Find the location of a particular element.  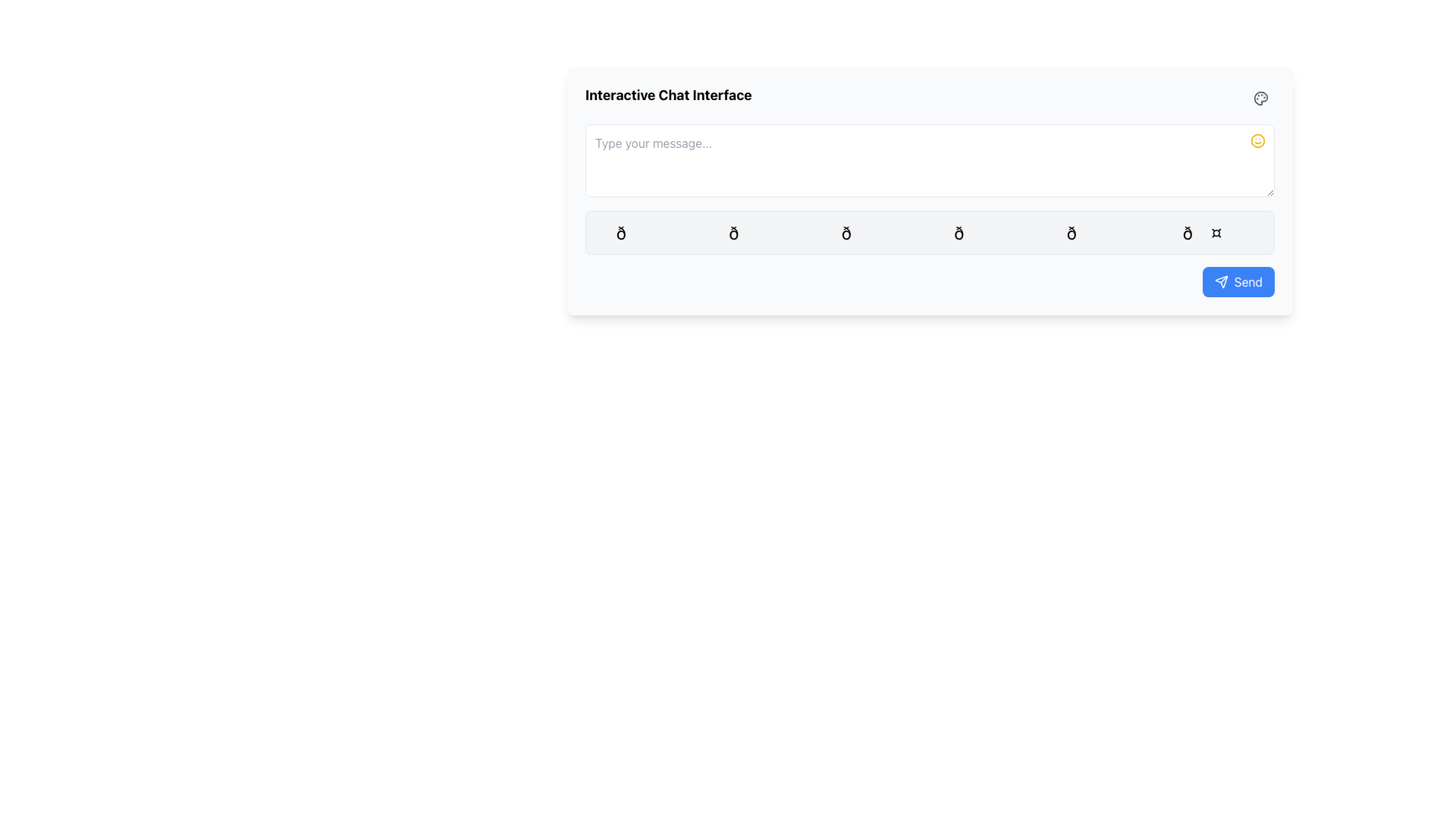

the fourth Interactive Emoji Icon from the emoji grid for possible rearrangement is located at coordinates (986, 233).